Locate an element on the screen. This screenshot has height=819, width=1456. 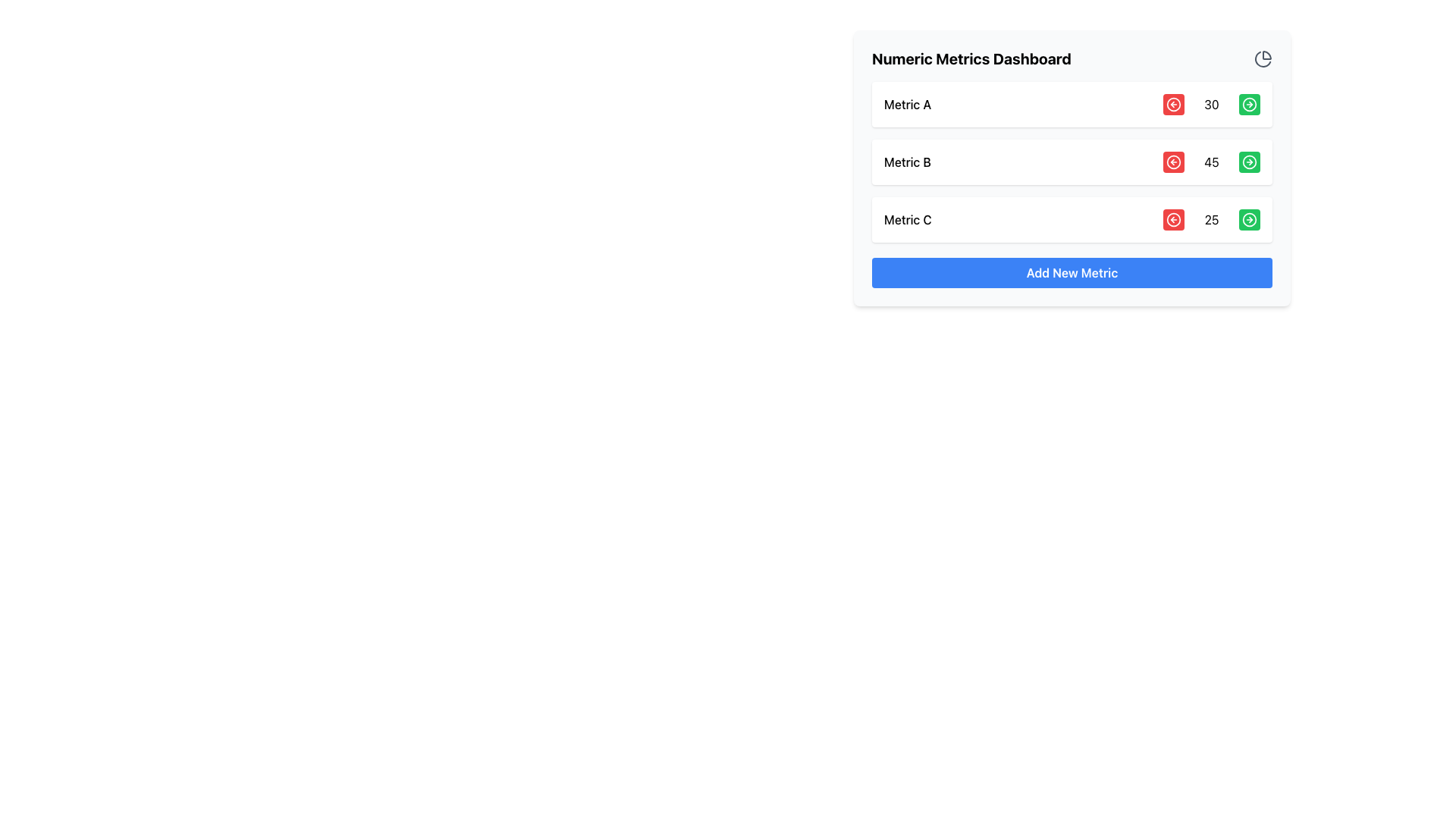
the pie chart icon with a highlighted segment located in the header region of the Numeric Metrics Dashboard, positioned on the far right is located at coordinates (1263, 58).